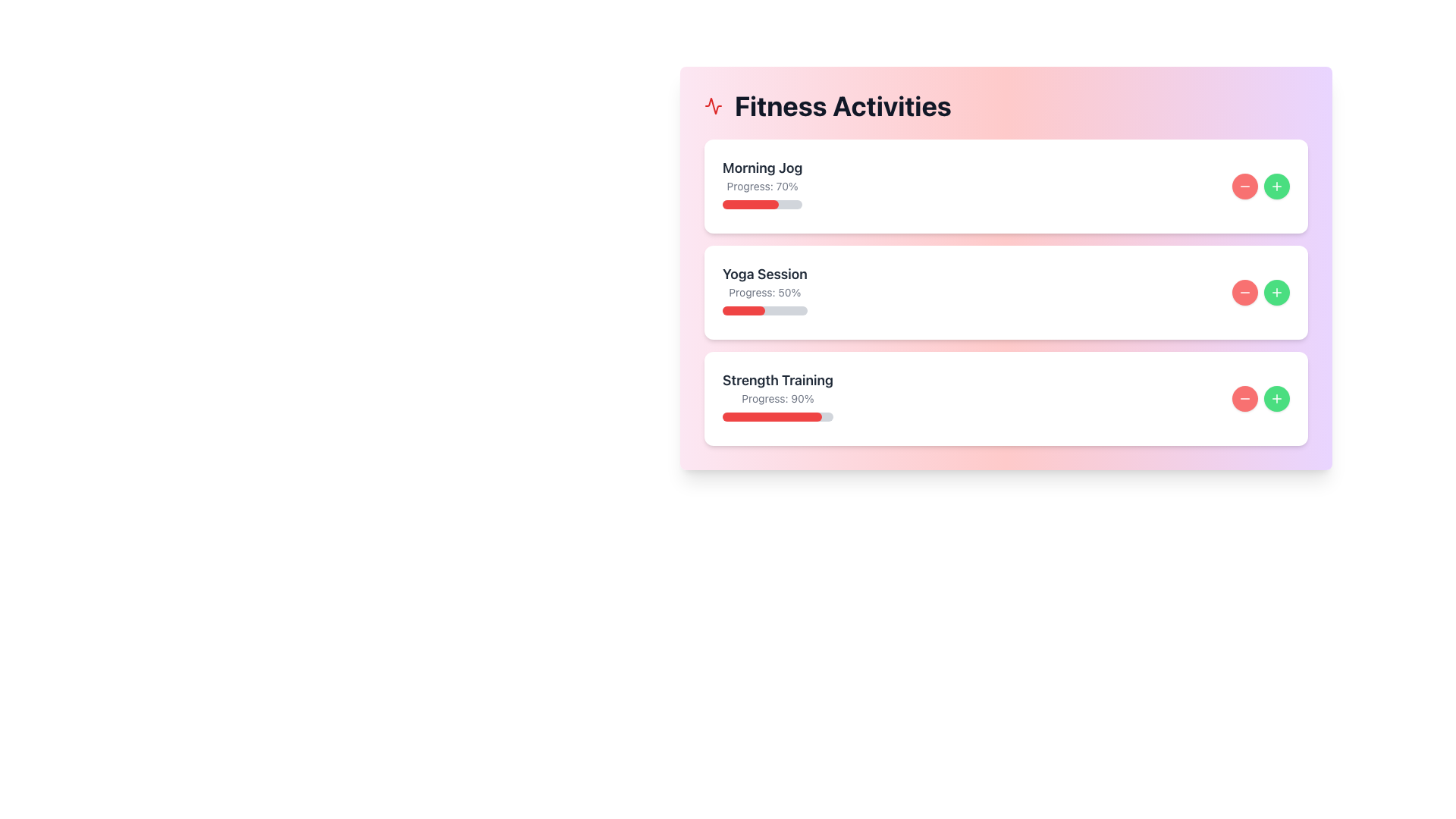 The width and height of the screenshot is (1456, 819). What do you see at coordinates (777, 417) in the screenshot?
I see `the visual progress indication of the Progress Bar located within the third card labeled 'Strength Training', situated directly below the text 'Progress: 90%'` at bounding box center [777, 417].